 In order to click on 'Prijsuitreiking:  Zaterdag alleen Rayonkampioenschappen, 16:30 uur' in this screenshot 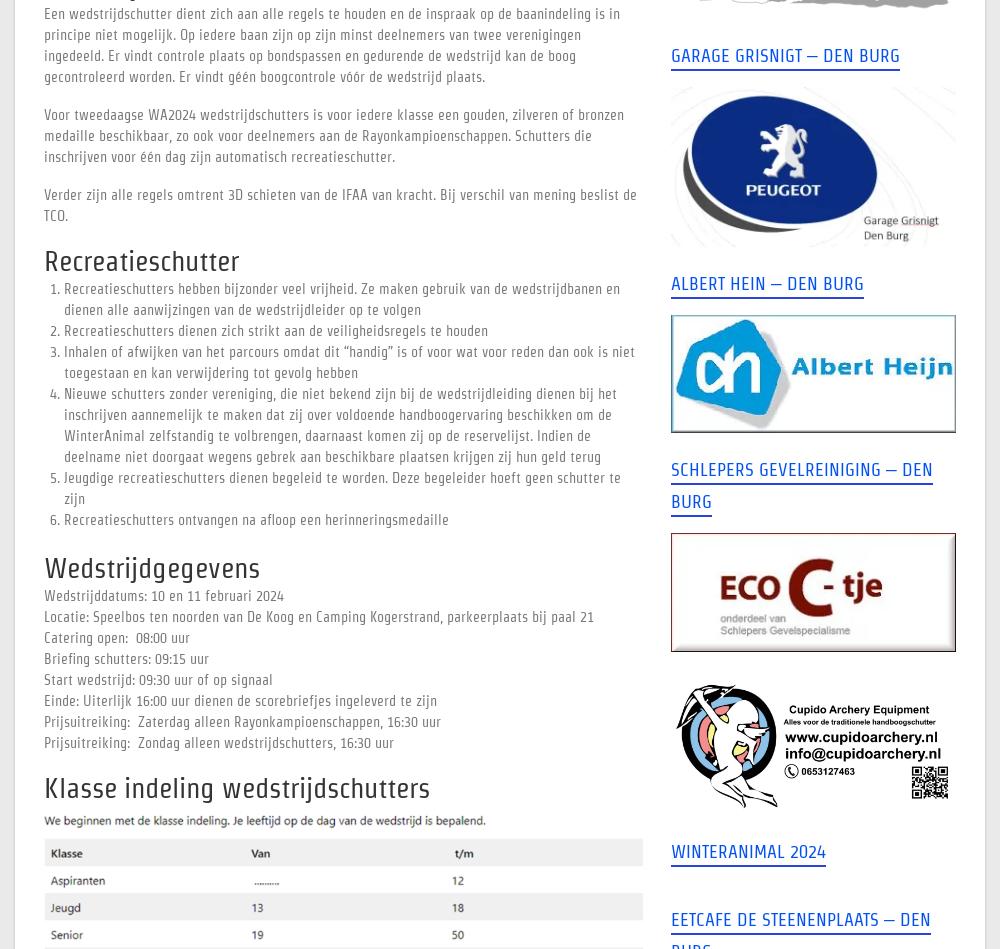, I will do `click(241, 721)`.